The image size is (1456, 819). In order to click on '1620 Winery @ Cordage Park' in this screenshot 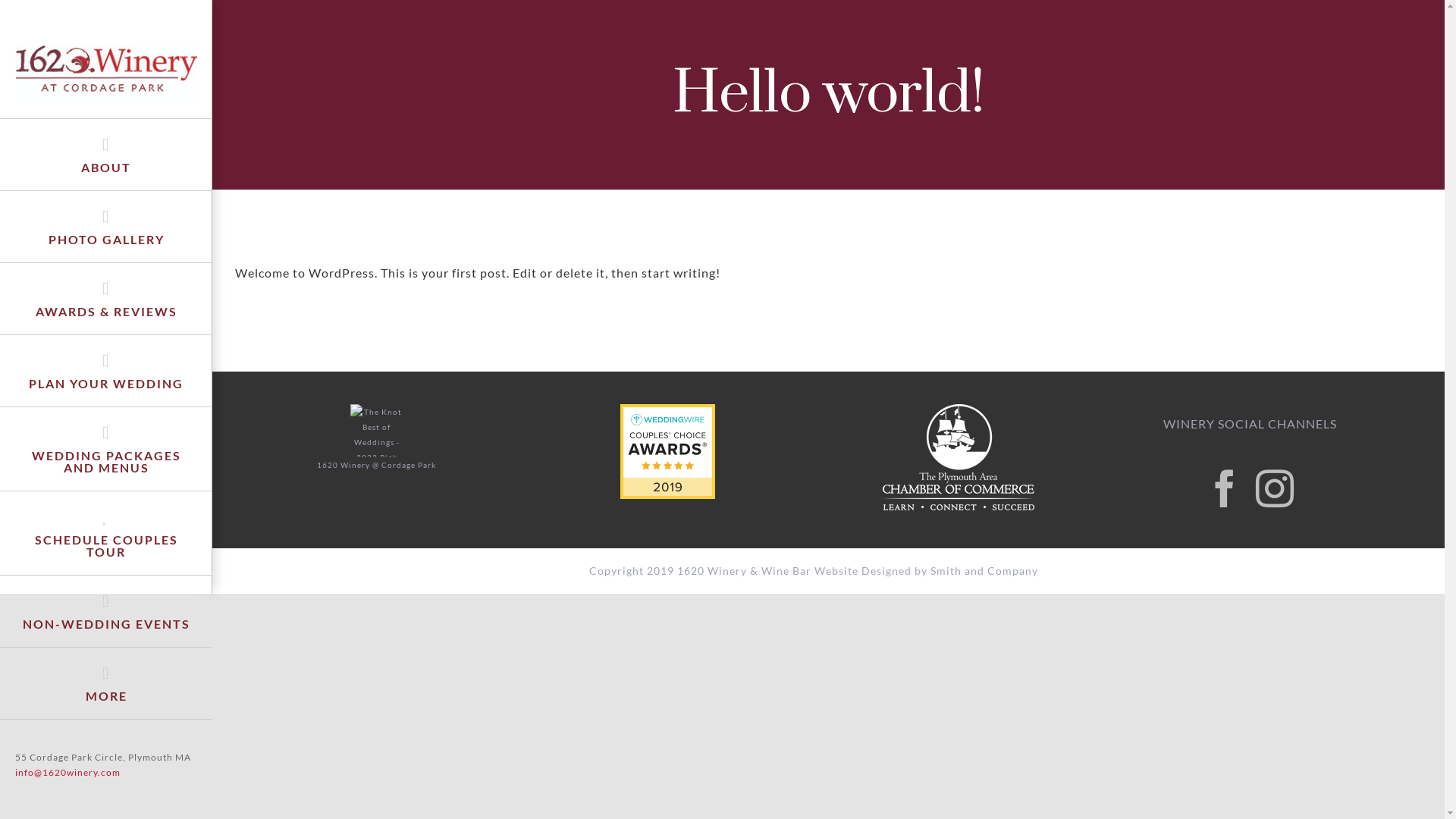, I will do `click(315, 462)`.